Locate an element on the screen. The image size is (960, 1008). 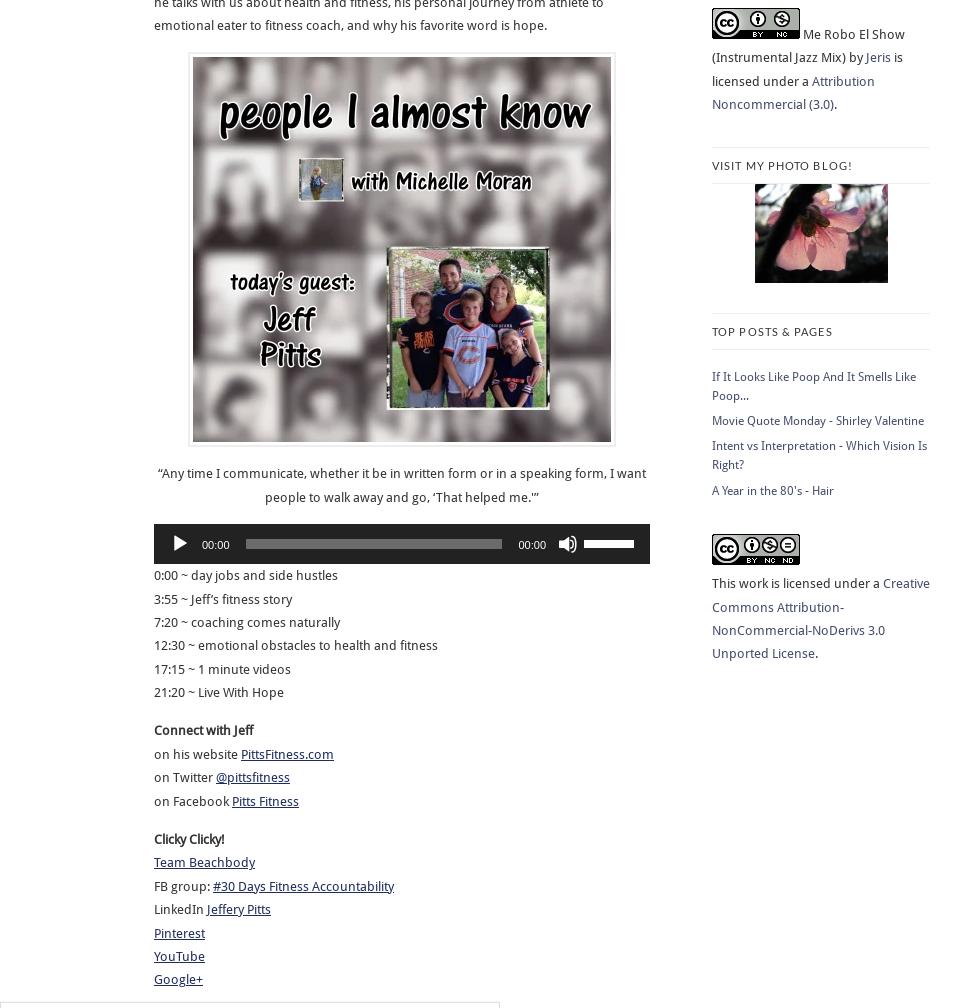
'#30 Days Fitness Accountability' is located at coordinates (303, 885).